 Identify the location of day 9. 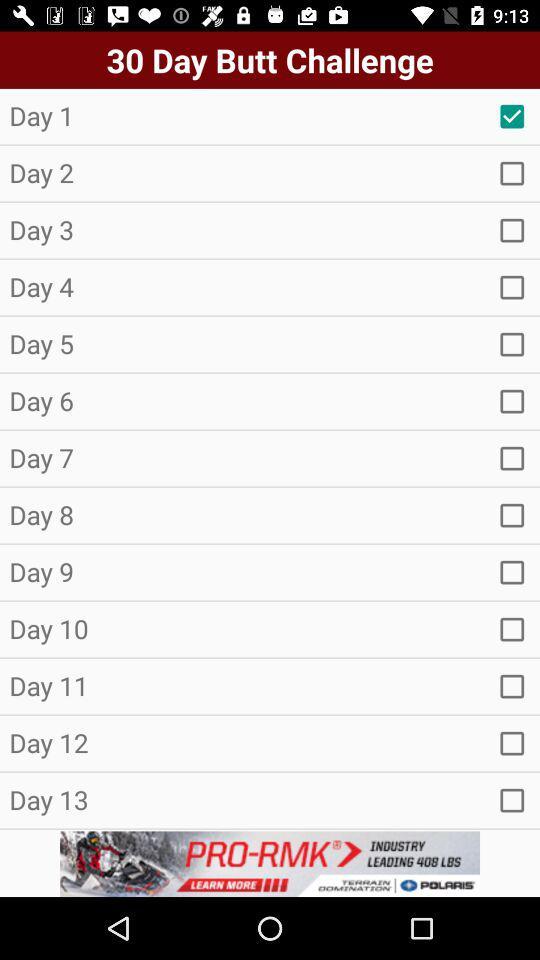
(512, 572).